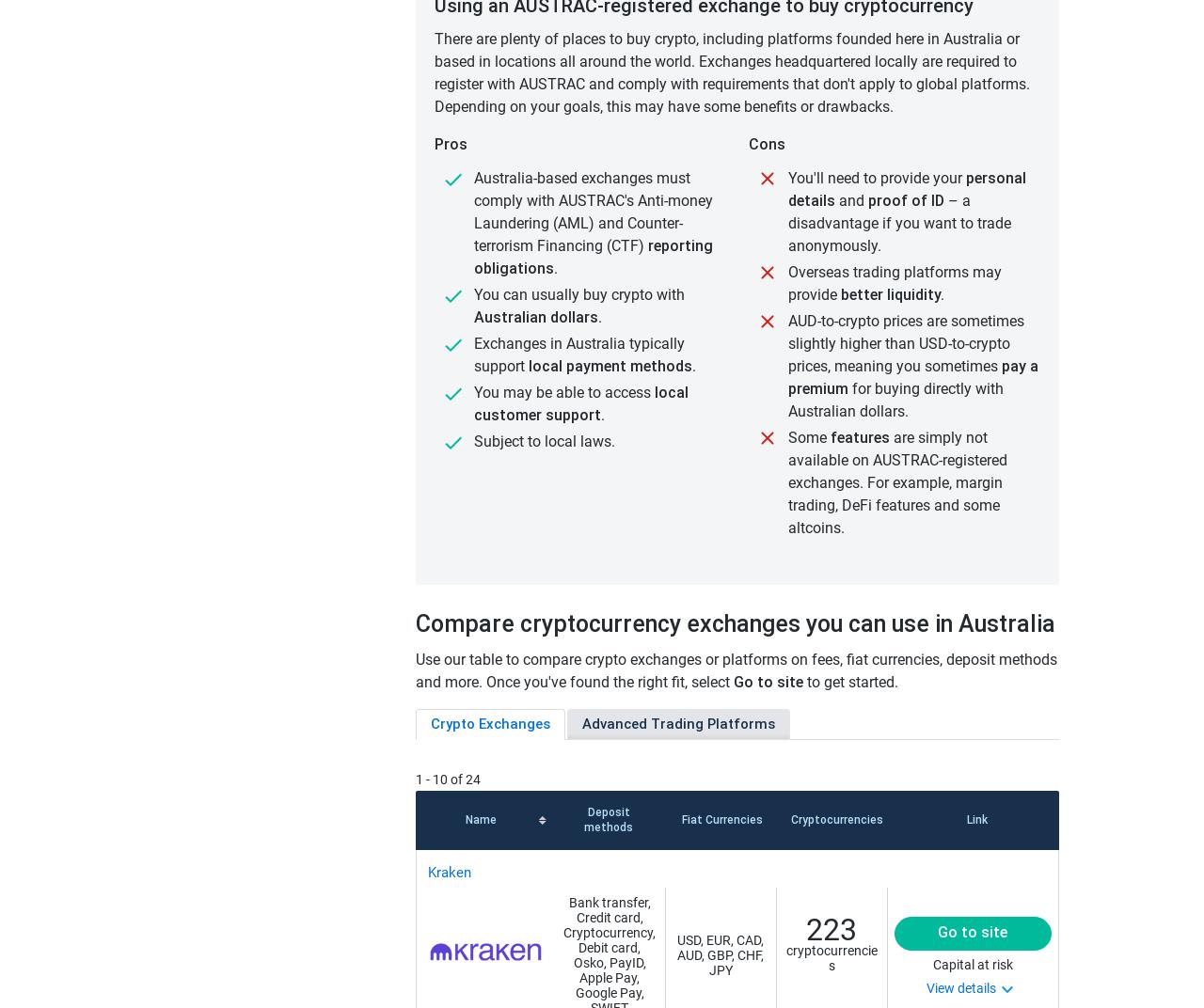 This screenshot has height=1008, width=1204. I want to click on 'Subject to local laws.', so click(543, 440).